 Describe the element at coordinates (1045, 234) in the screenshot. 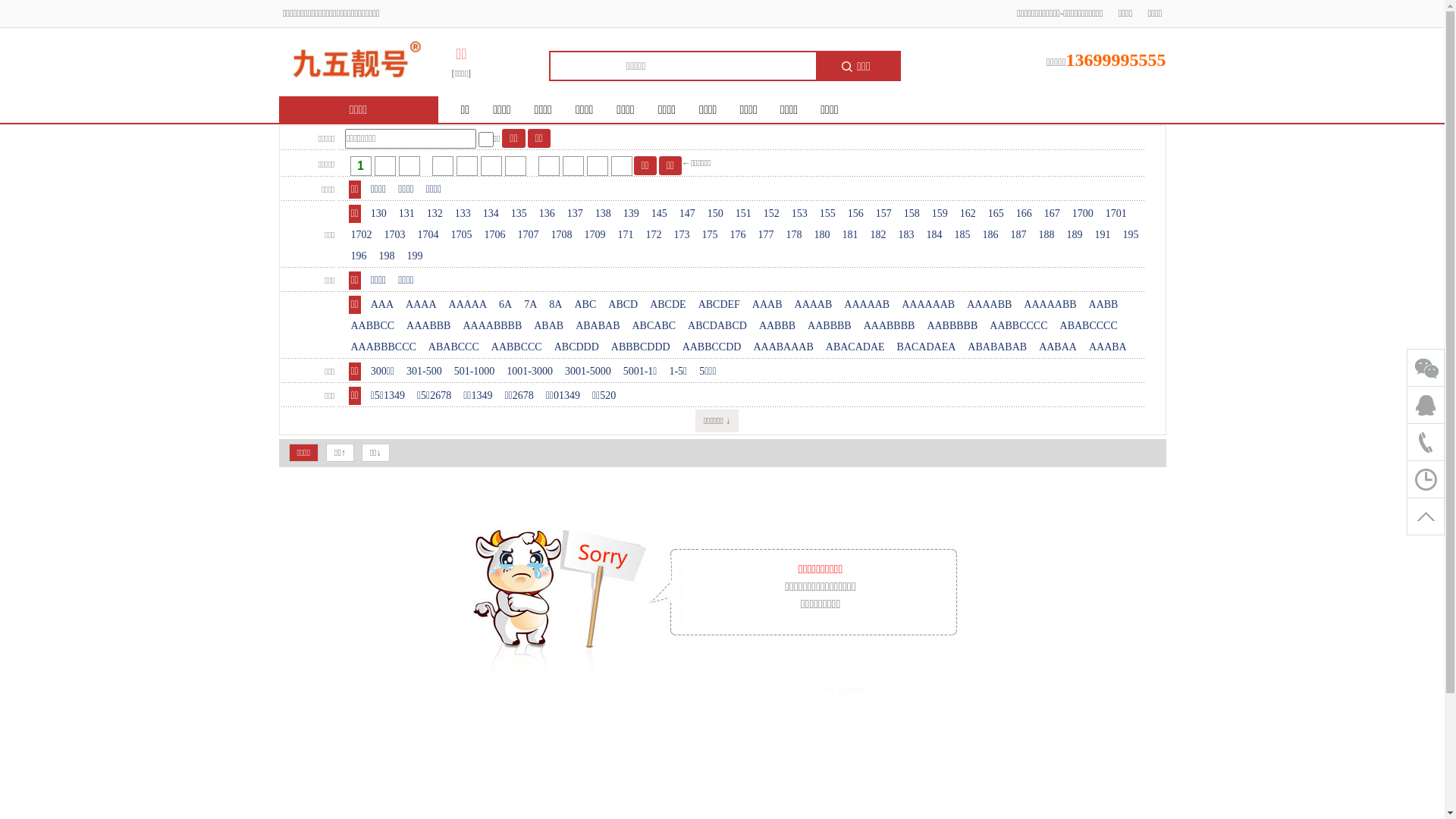

I see `'188'` at that location.